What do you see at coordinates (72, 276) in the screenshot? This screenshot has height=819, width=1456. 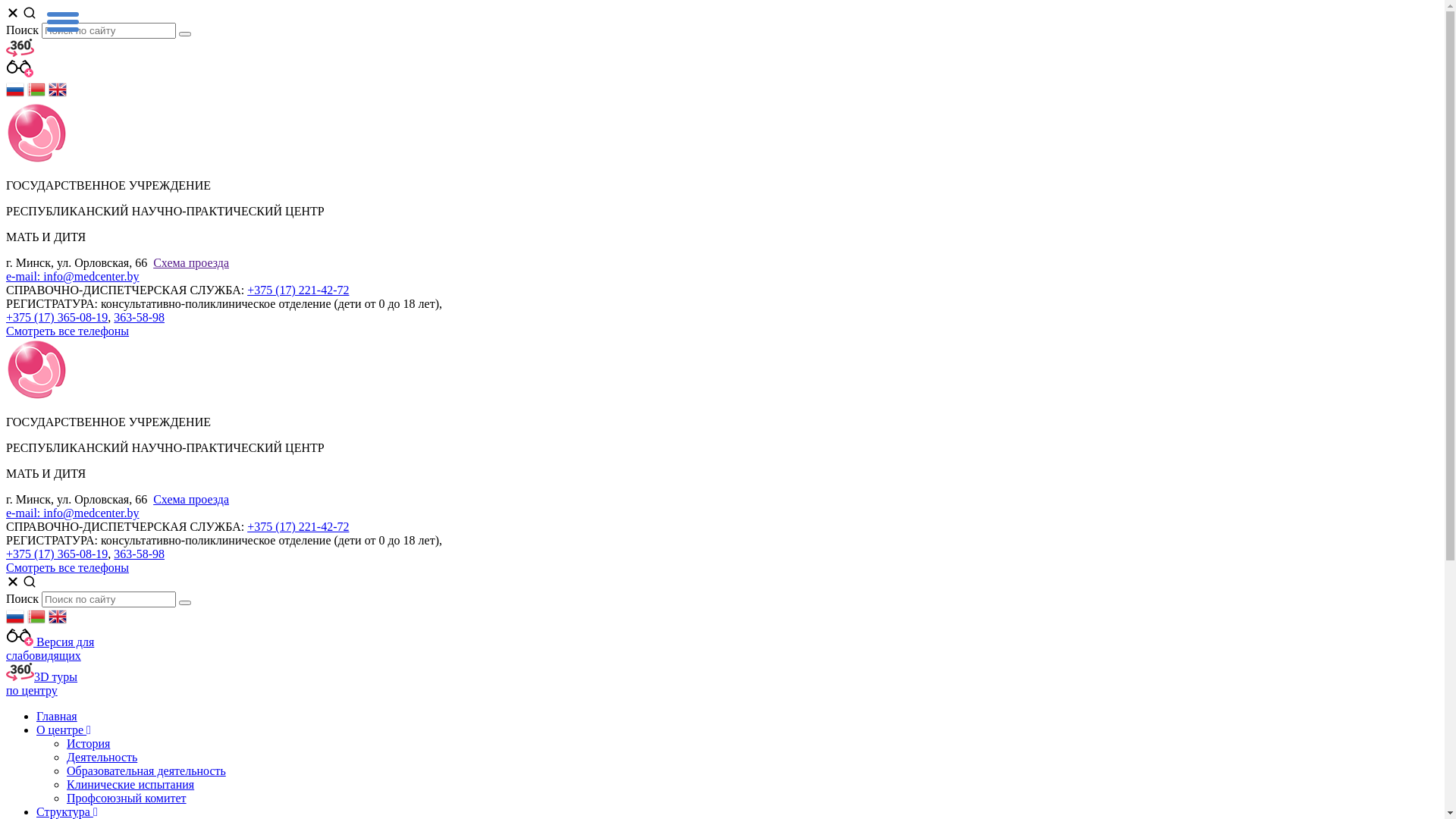 I see `'e-mail: info@medcenter.by'` at bounding box center [72, 276].